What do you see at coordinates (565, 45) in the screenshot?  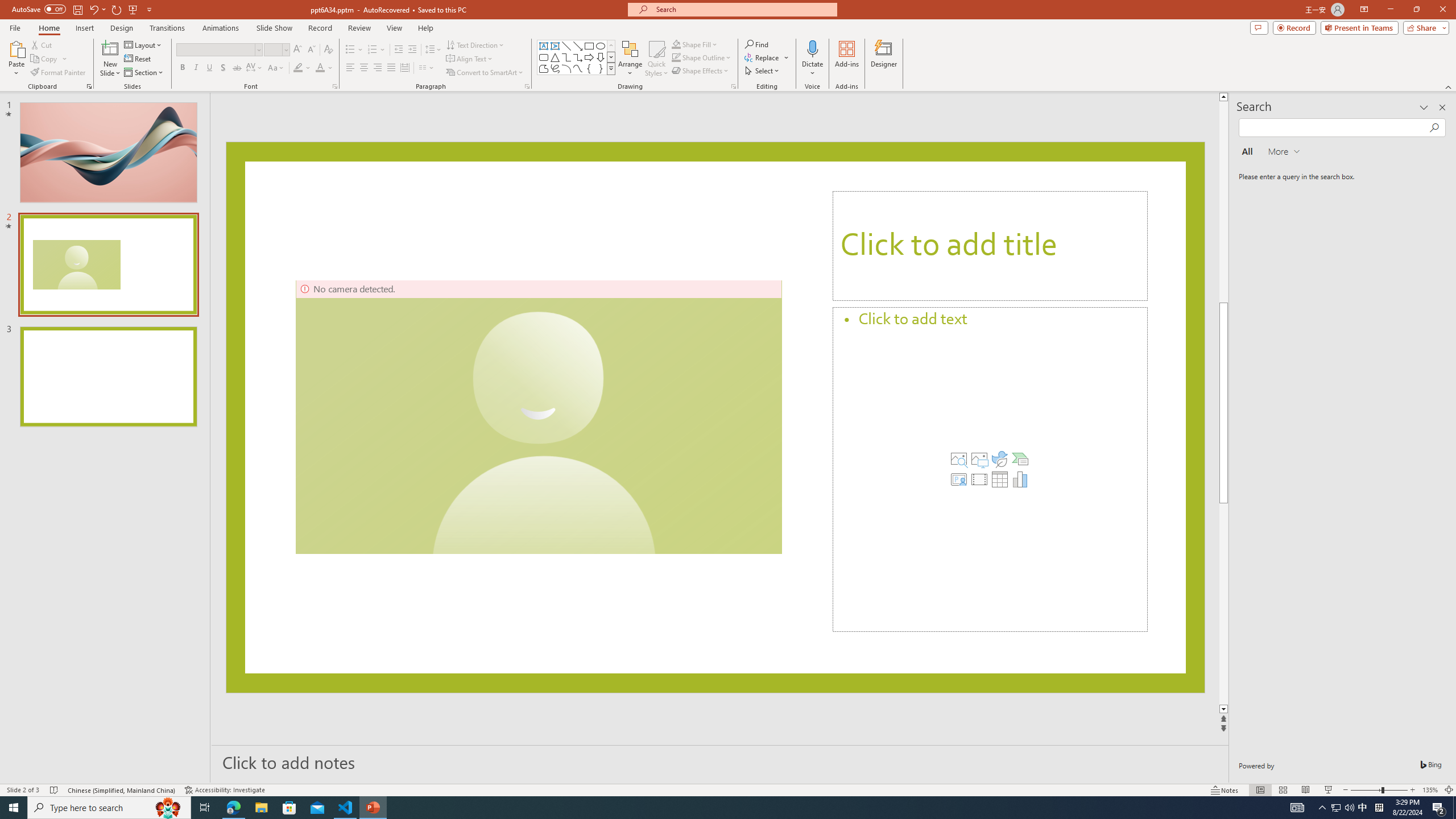 I see `'Line'` at bounding box center [565, 45].